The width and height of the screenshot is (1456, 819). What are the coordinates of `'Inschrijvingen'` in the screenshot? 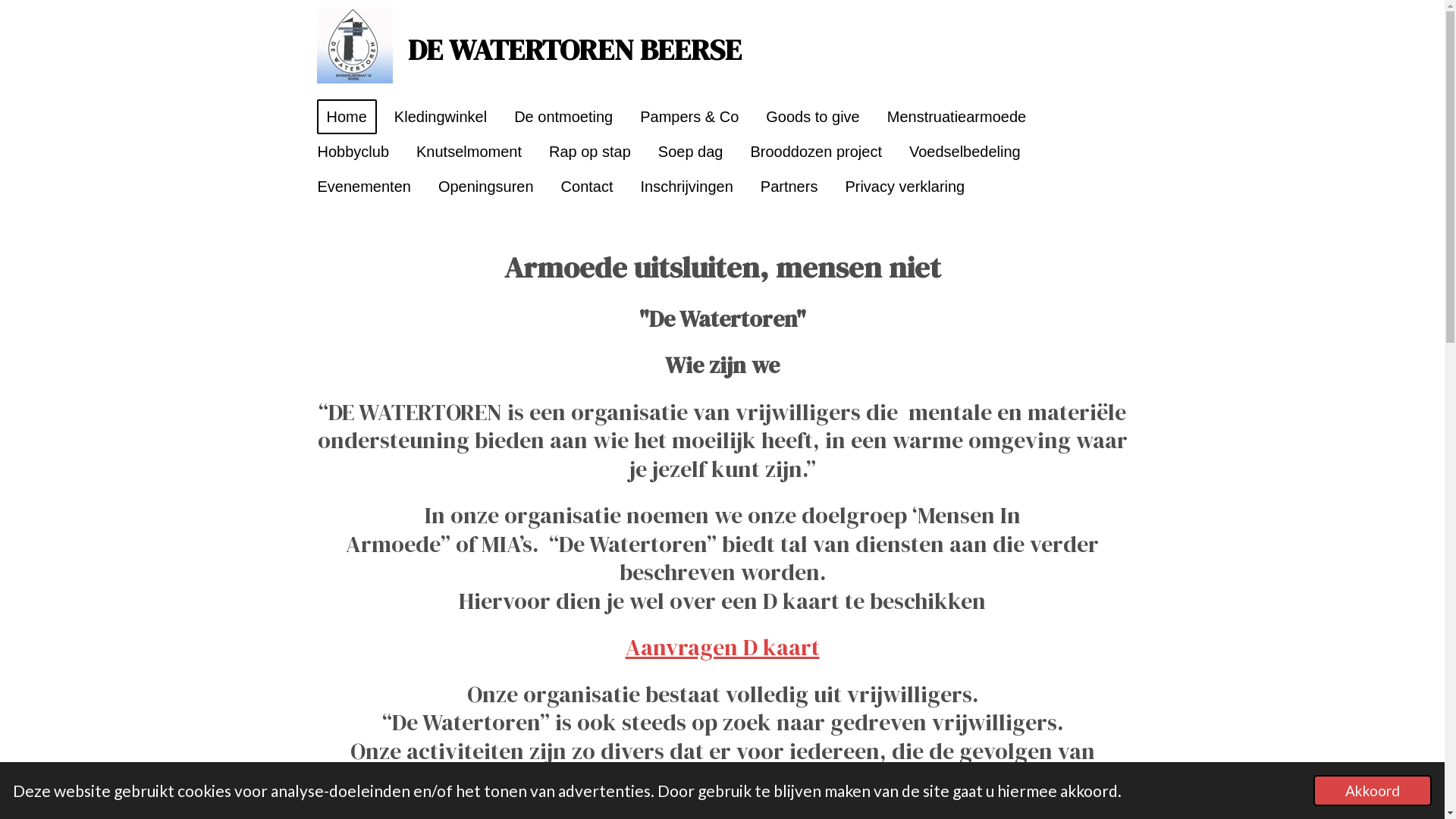 It's located at (686, 186).